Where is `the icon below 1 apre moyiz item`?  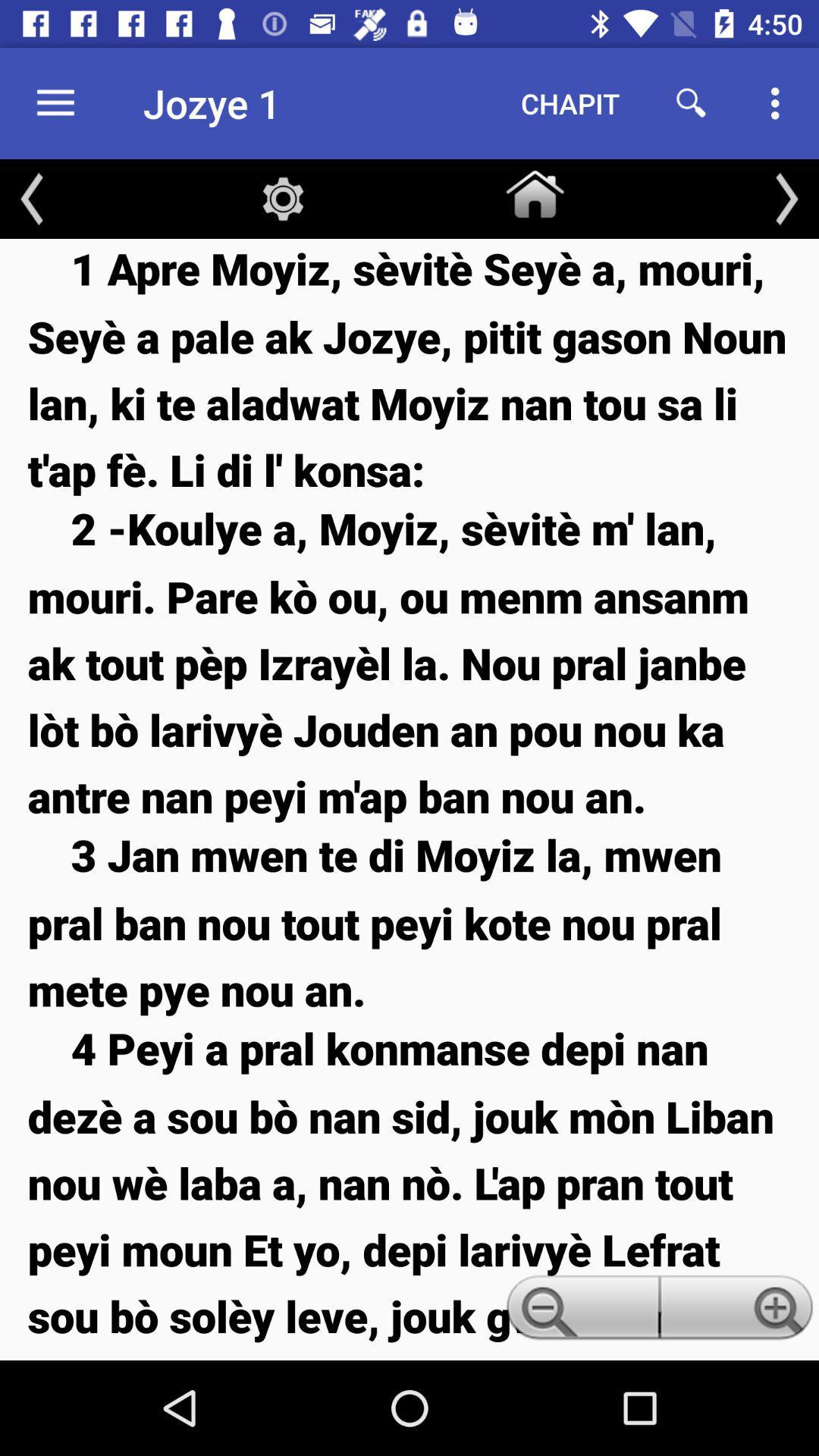 the icon below 1 apre moyiz item is located at coordinates (409, 662).